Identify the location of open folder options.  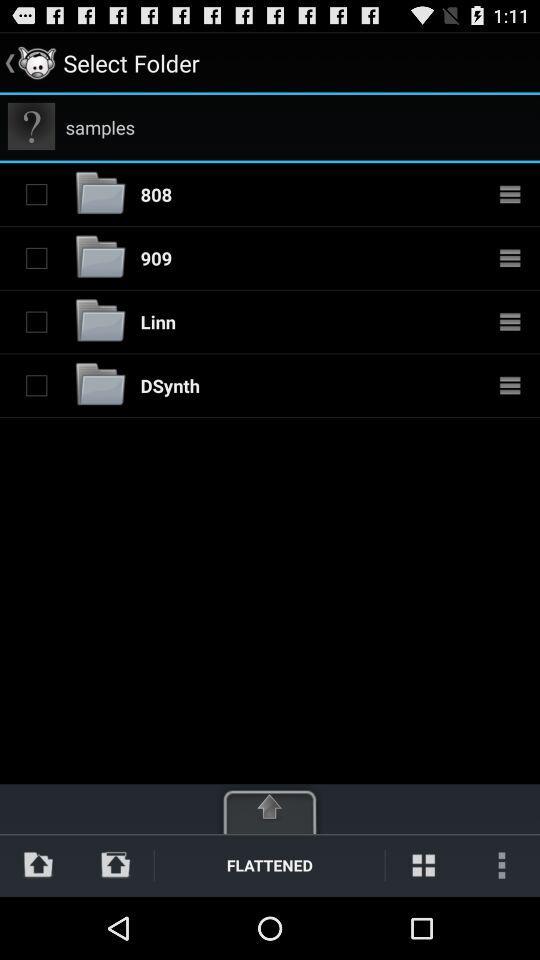
(510, 194).